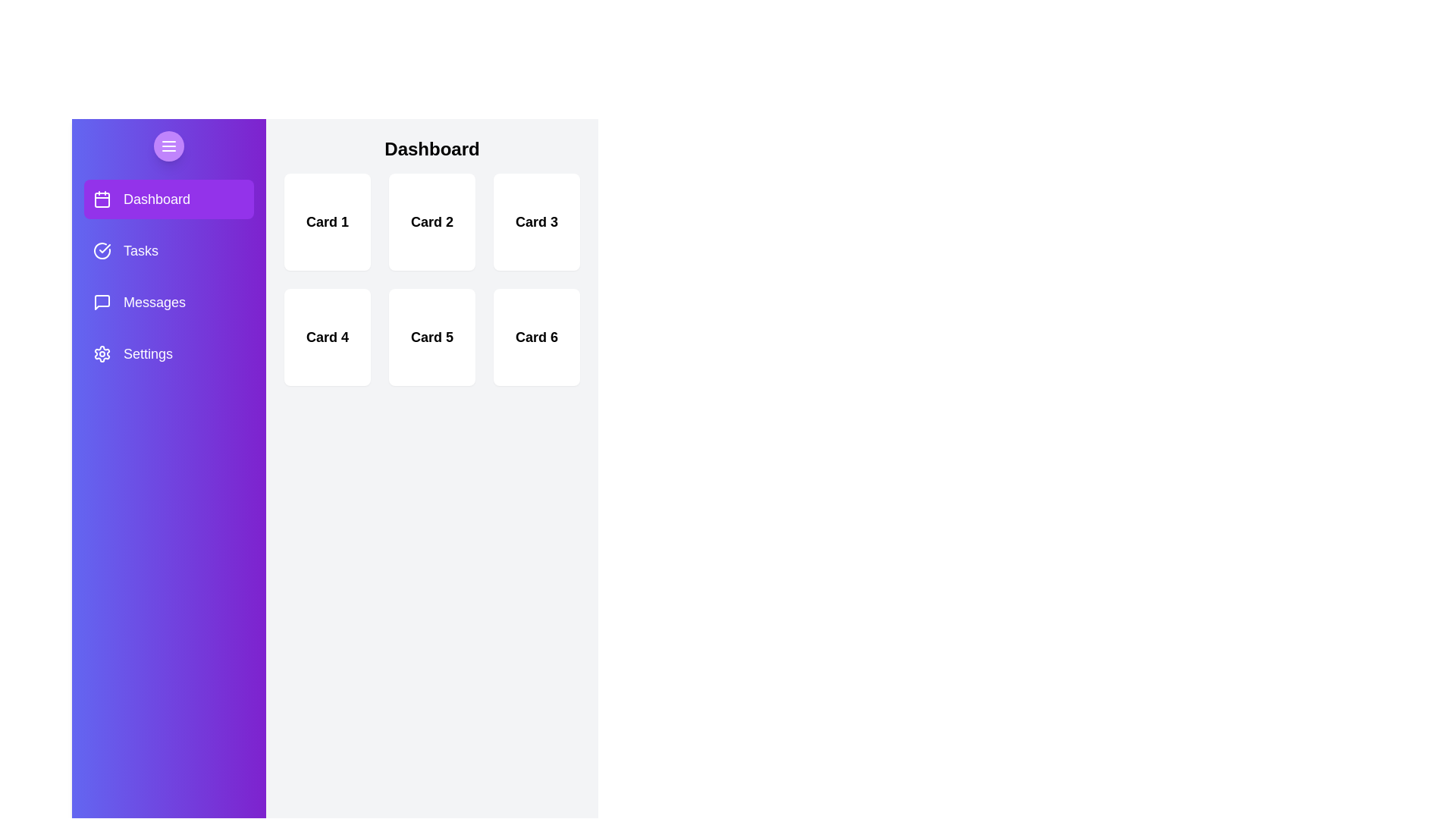 The width and height of the screenshot is (1456, 819). I want to click on the sidebar menu section labeled Dashboard, so click(168, 198).